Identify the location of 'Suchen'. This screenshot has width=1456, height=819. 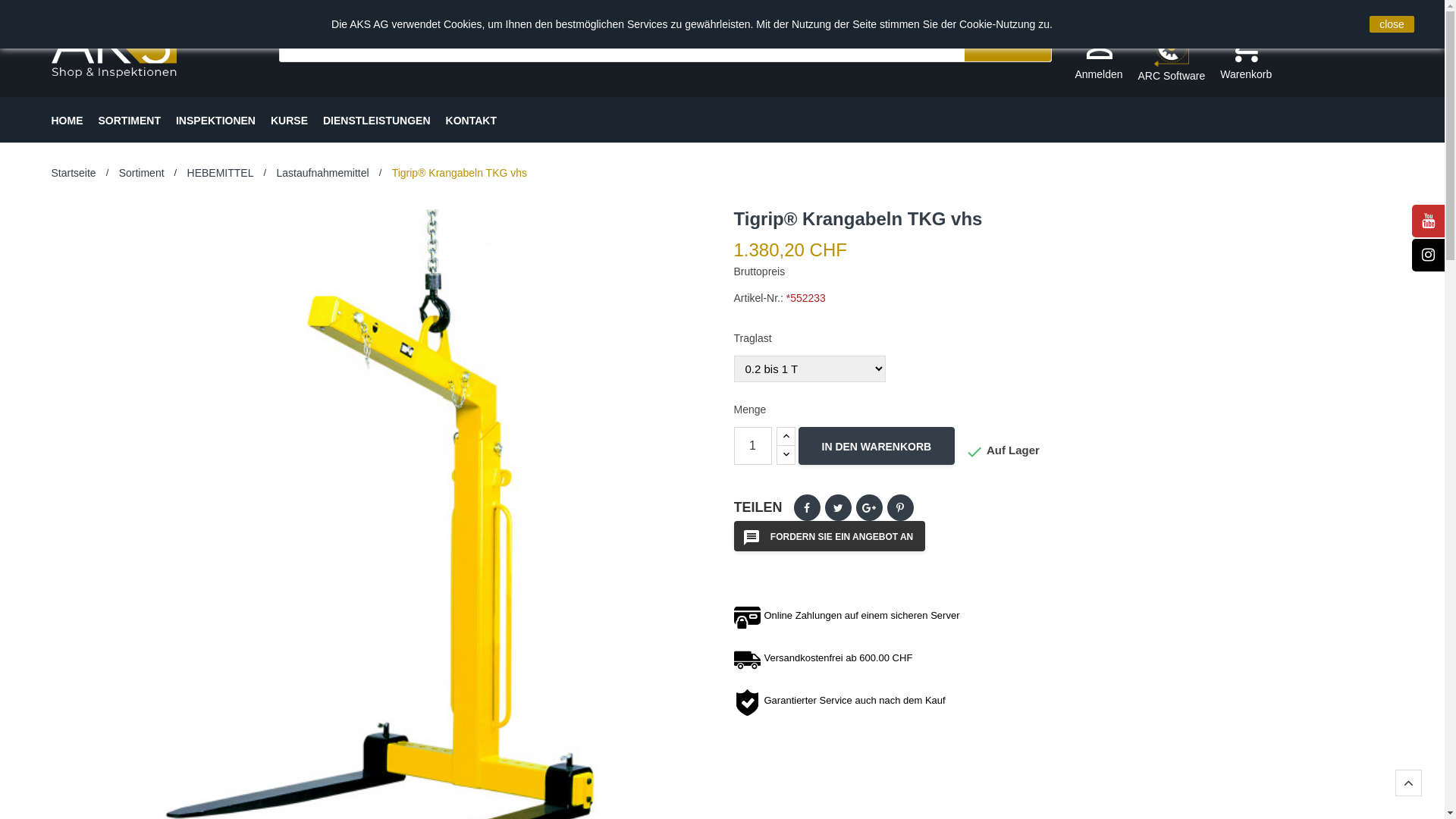
(1008, 43).